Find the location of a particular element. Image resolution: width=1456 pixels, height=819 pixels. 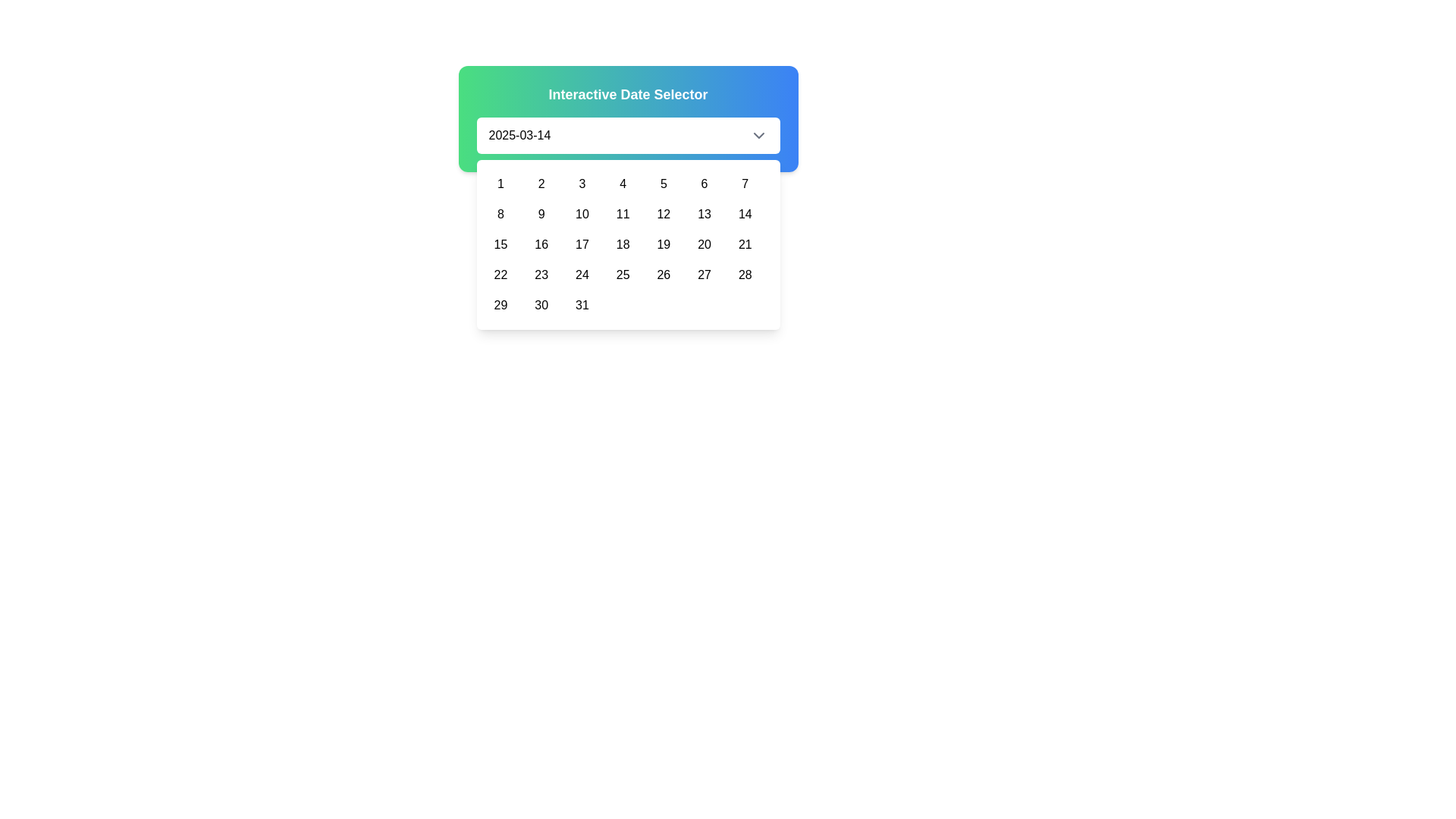

the button representing the 22nd day in the calendar interface located in the fourth row and first column of the grid is located at coordinates (500, 275).